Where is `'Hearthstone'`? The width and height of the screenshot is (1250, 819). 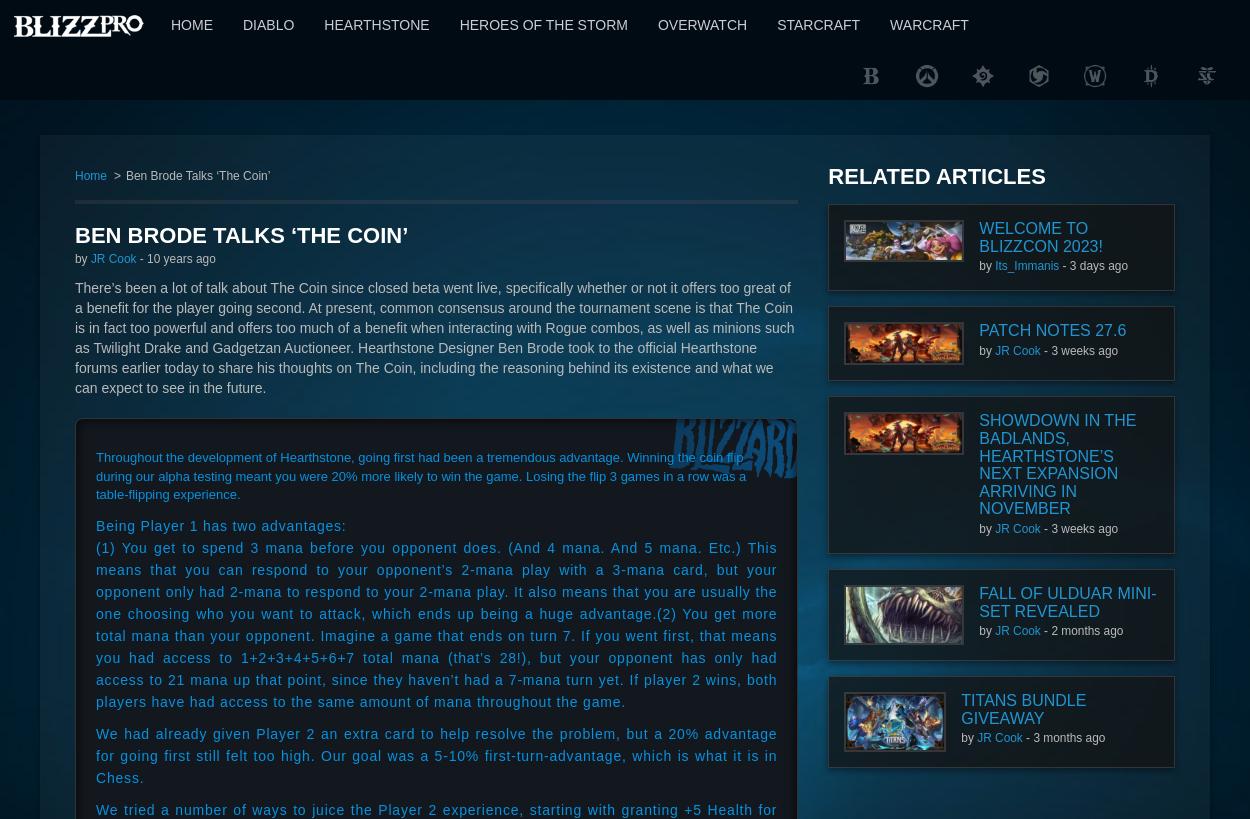 'Hearthstone' is located at coordinates (323, 23).